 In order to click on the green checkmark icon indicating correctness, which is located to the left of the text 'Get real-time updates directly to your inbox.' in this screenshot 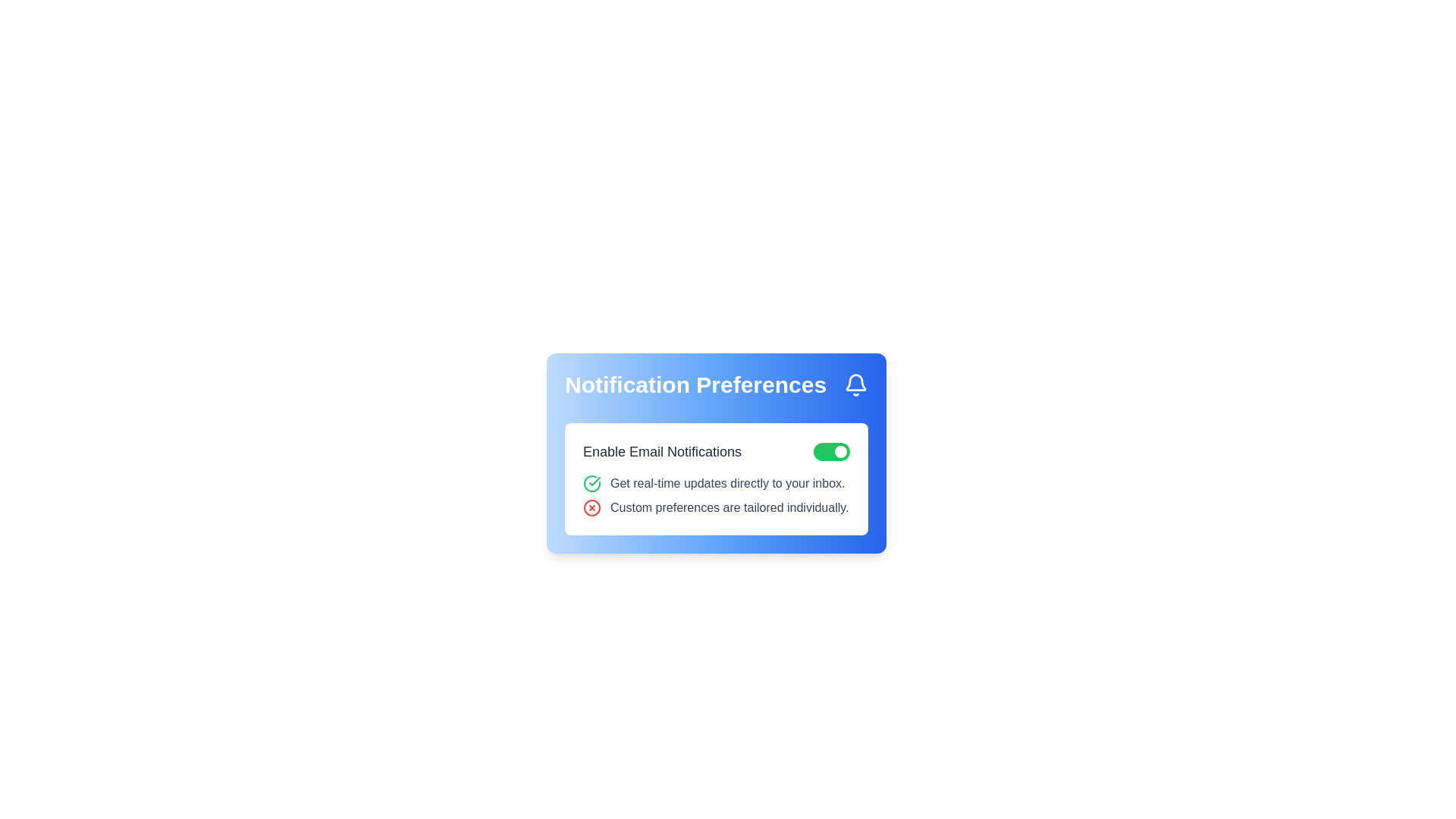, I will do `click(591, 483)`.